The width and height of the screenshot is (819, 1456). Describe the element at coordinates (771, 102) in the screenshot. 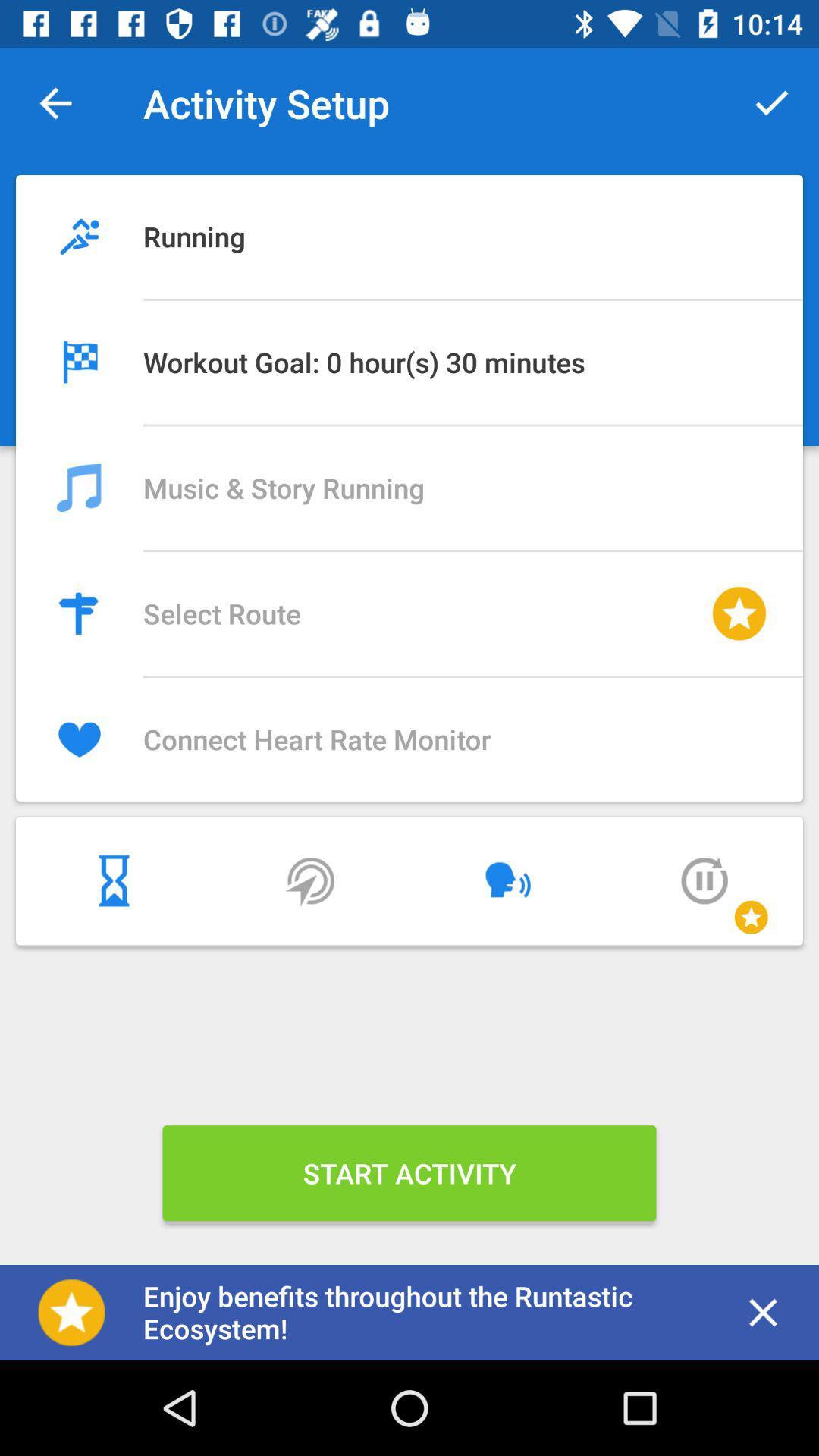

I see `the icon next to activity setup` at that location.